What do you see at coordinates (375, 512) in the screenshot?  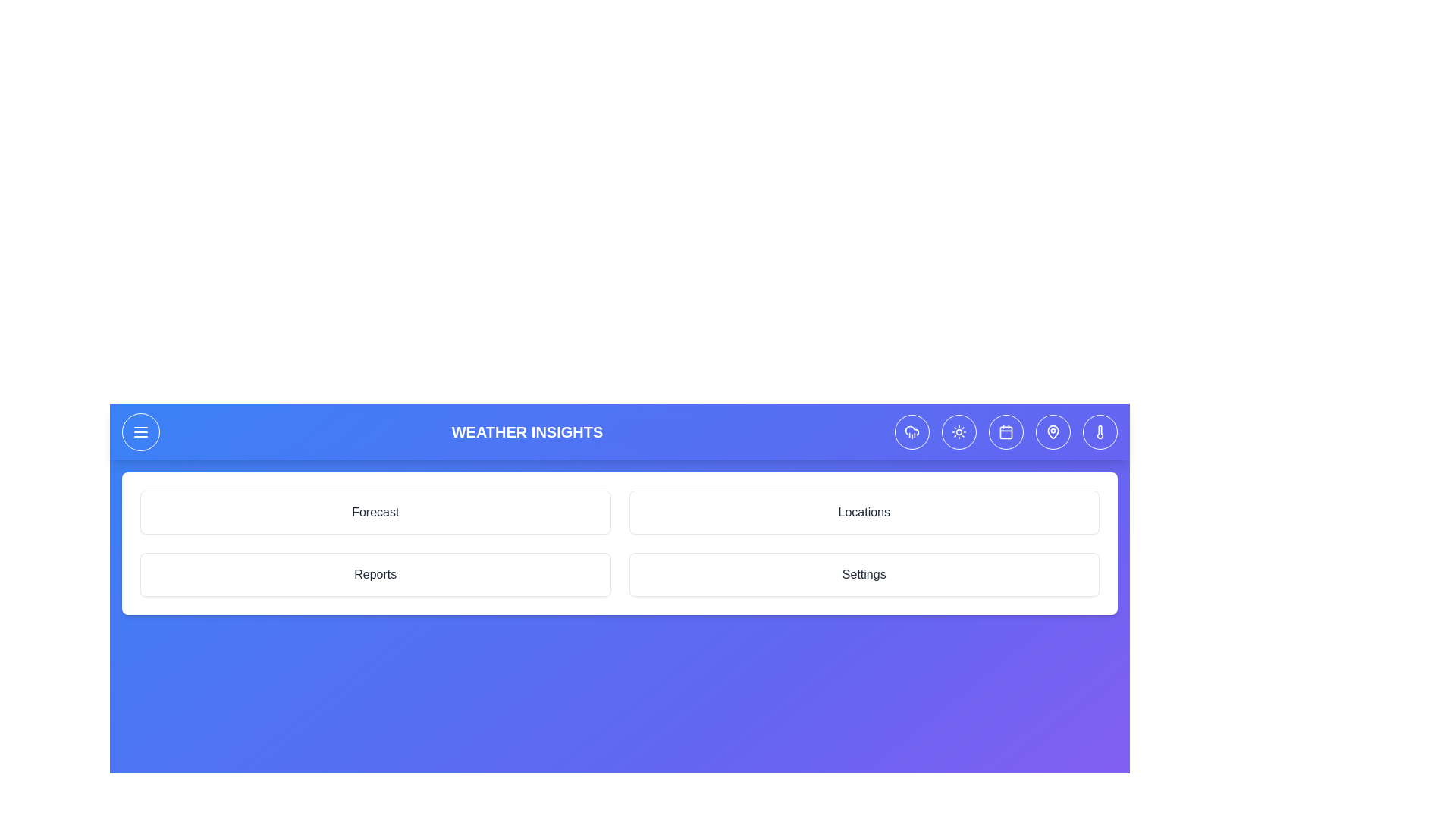 I see `the Forecast navigation option` at bounding box center [375, 512].